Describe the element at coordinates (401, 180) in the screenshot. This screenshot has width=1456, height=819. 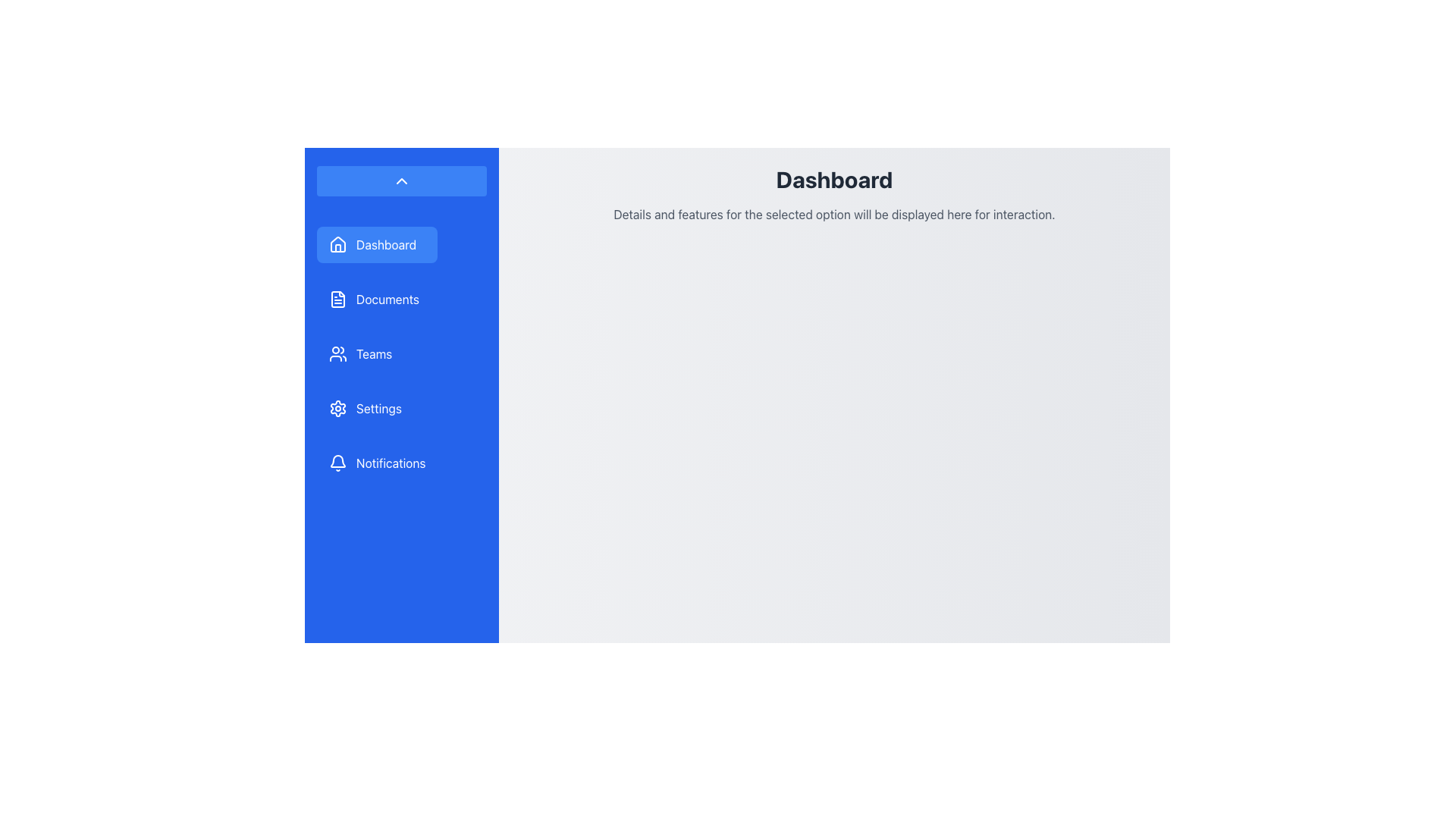
I see `the downward-pointing chevron icon rendered in white, located within a blue rectangular button in the sidebar` at that location.